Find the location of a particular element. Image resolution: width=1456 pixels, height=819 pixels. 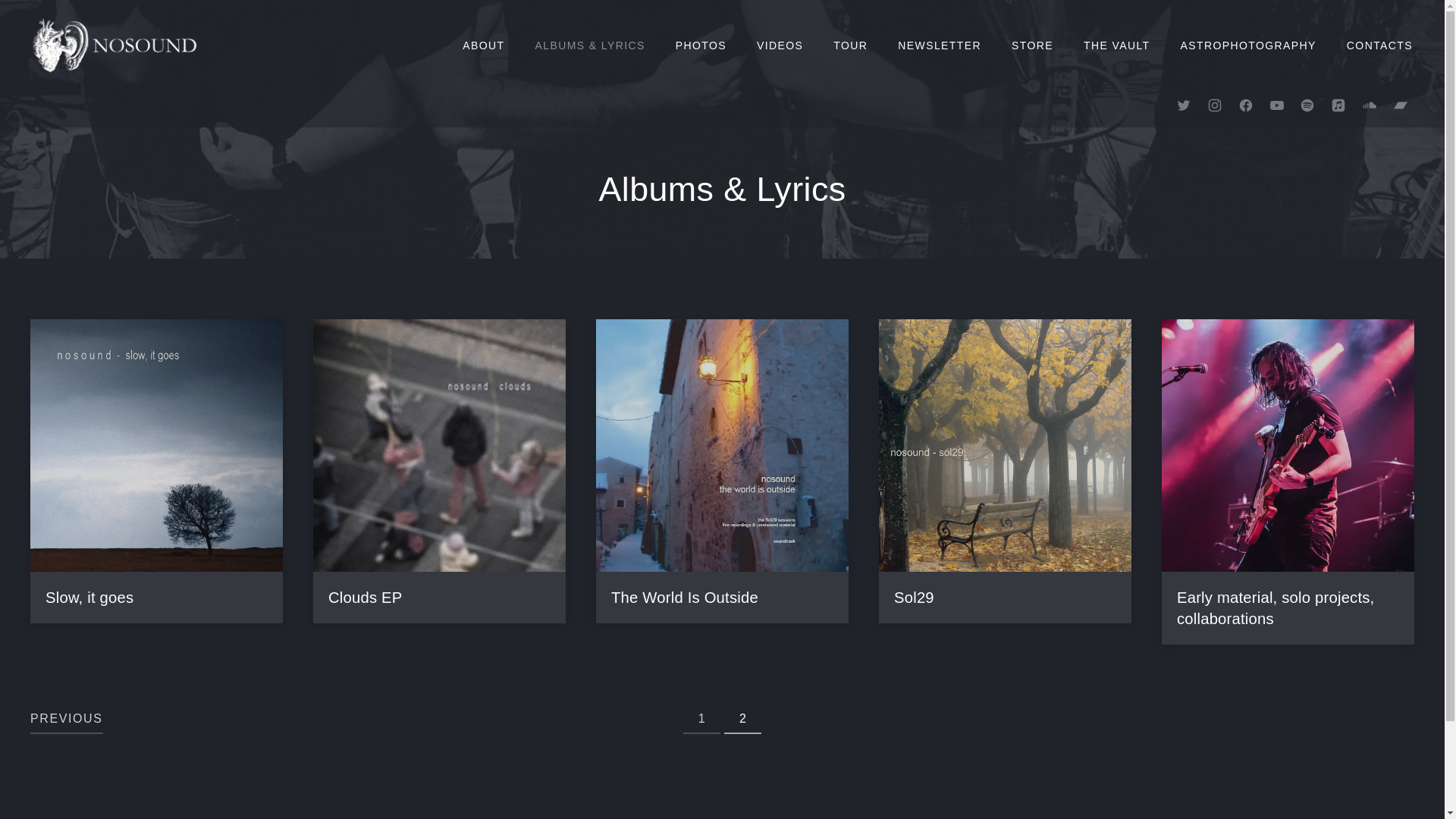

'ASTROPHOTOGRAPHY' is located at coordinates (1248, 45).